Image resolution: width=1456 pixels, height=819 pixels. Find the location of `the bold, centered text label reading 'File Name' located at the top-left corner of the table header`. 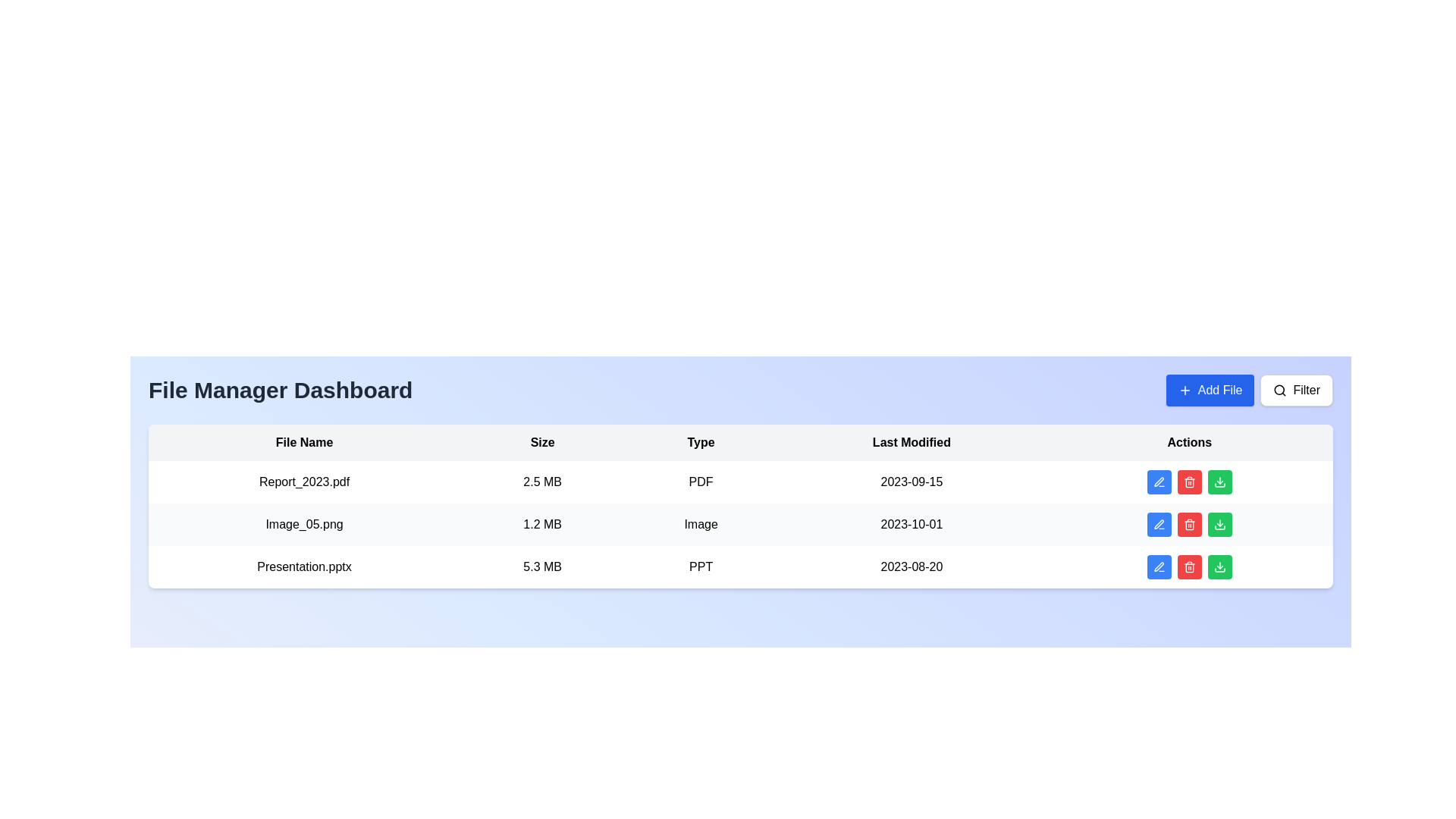

the bold, centered text label reading 'File Name' located at the top-left corner of the table header is located at coordinates (303, 442).